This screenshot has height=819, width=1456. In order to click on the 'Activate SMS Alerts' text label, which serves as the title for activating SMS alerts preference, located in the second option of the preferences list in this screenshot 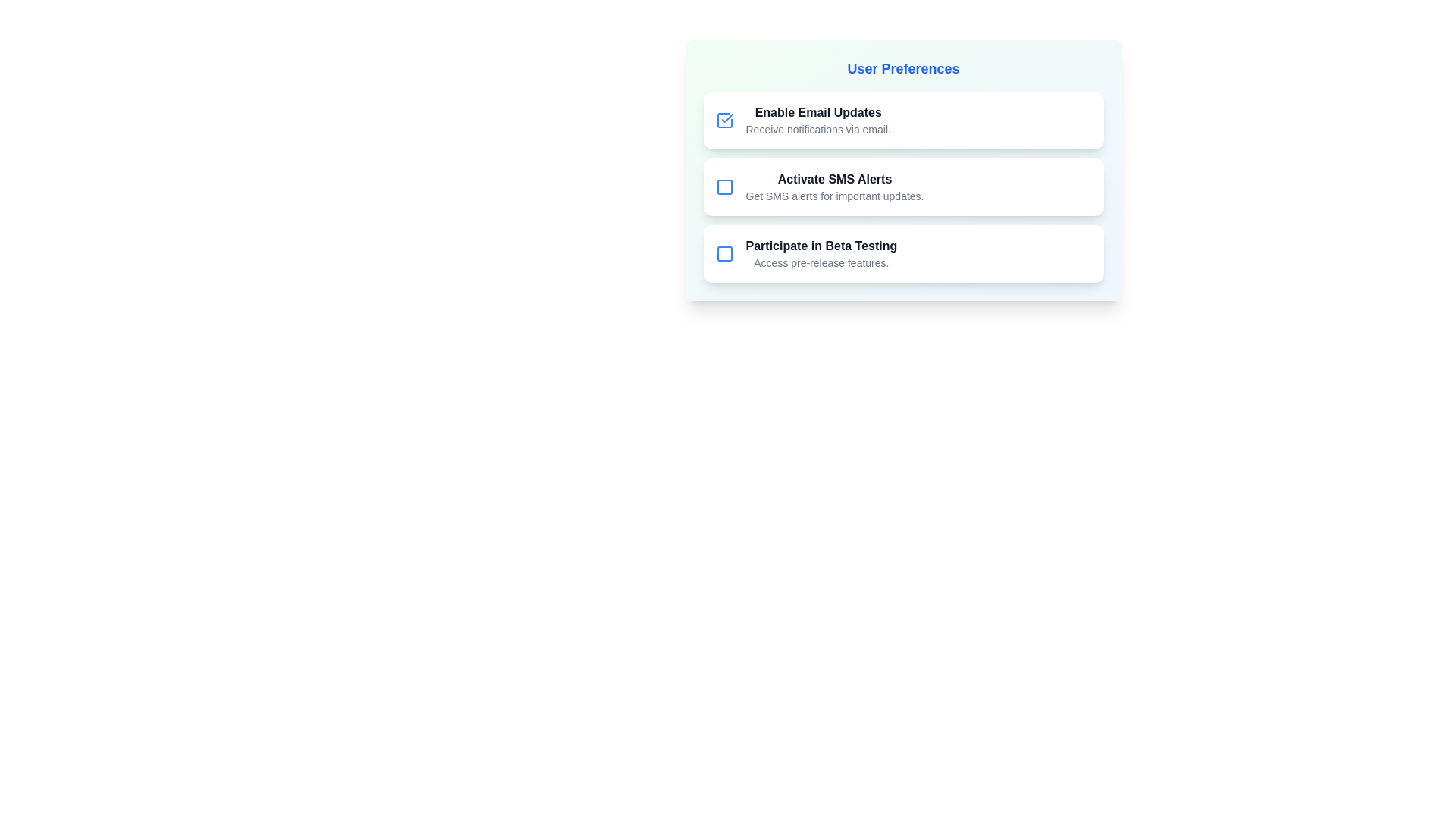, I will do `click(833, 178)`.